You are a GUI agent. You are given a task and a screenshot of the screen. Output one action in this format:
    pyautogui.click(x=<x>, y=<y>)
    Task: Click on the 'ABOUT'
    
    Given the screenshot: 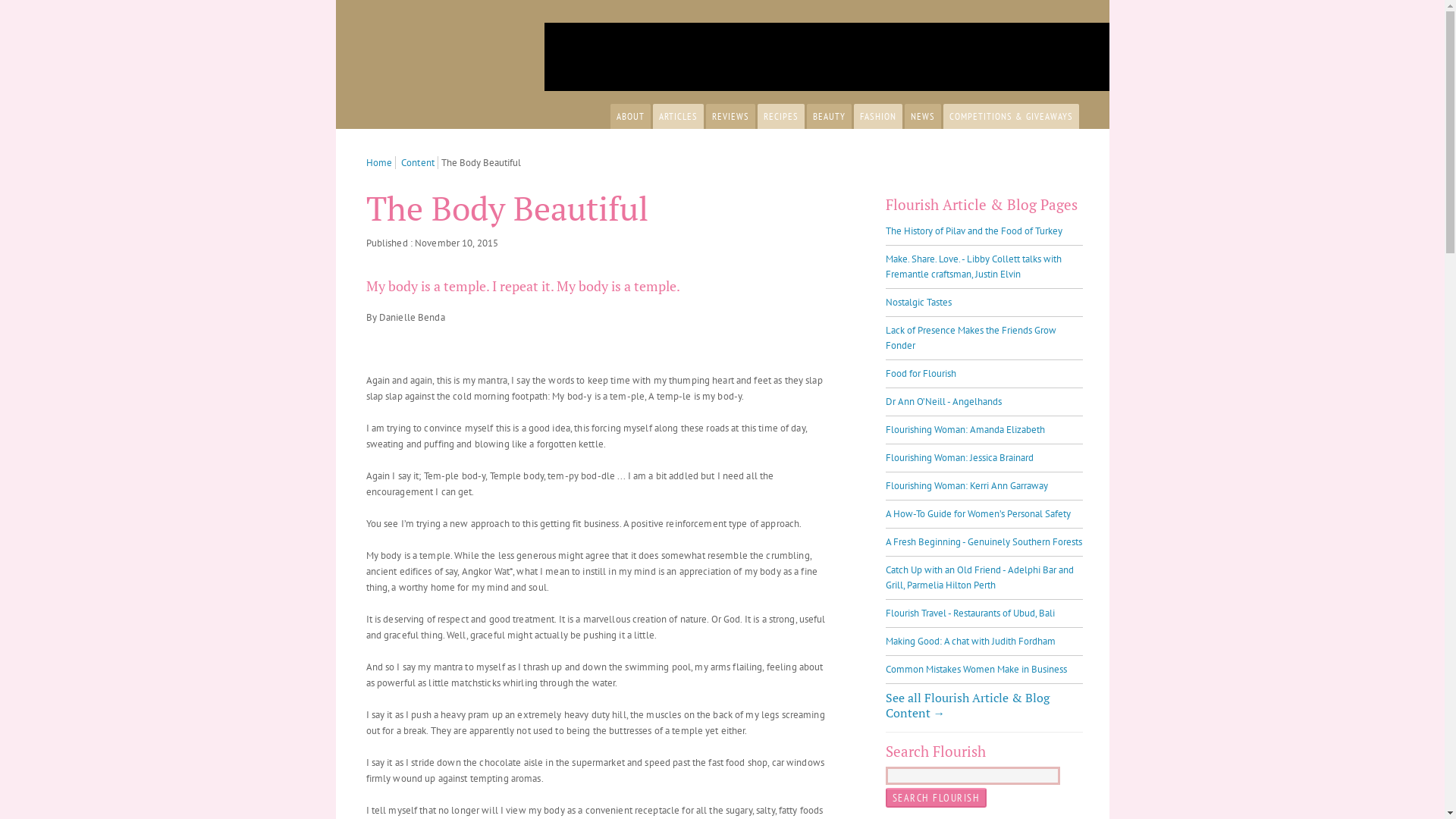 What is the action you would take?
    pyautogui.click(x=629, y=115)
    